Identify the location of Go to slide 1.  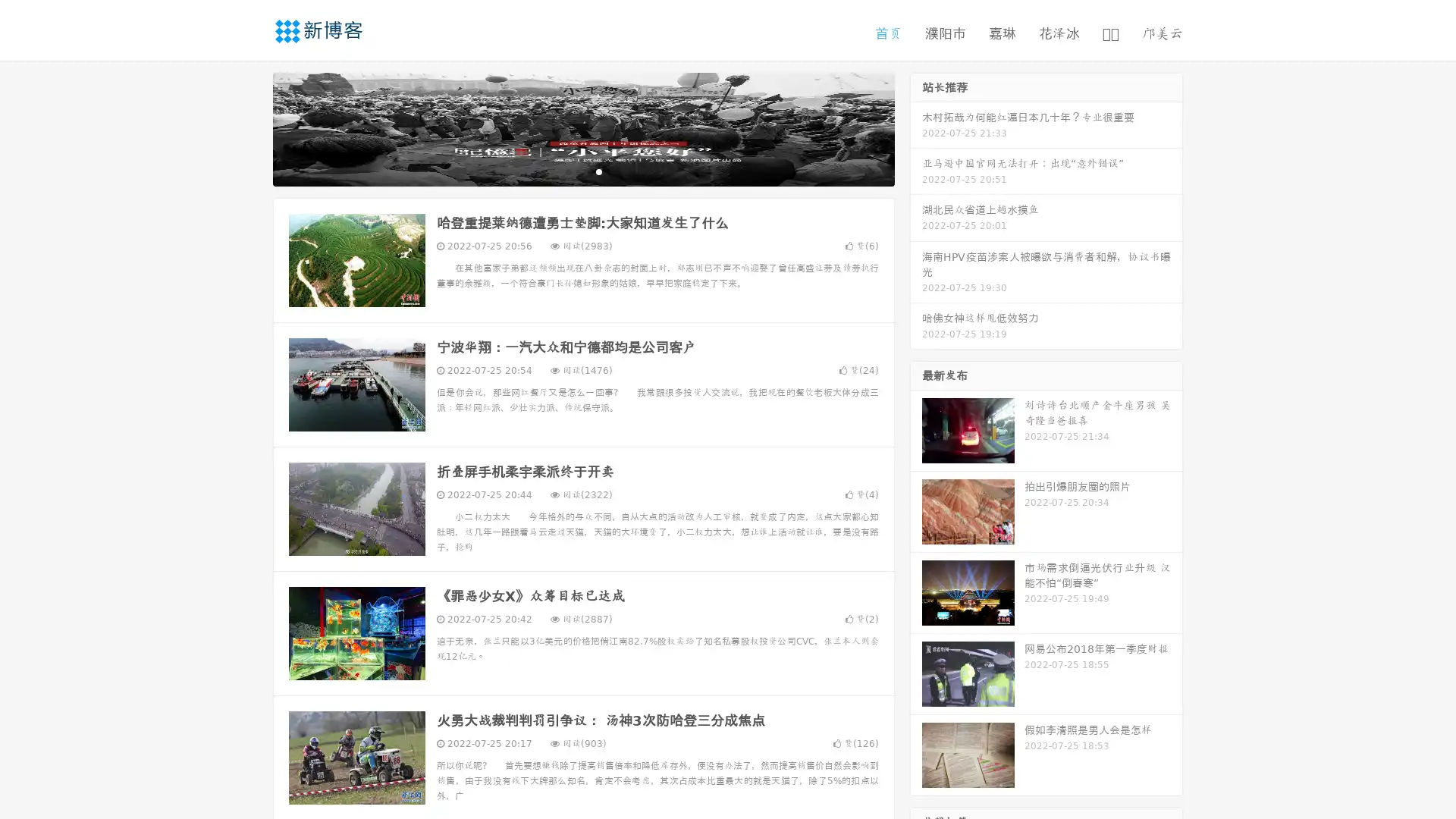
(567, 171).